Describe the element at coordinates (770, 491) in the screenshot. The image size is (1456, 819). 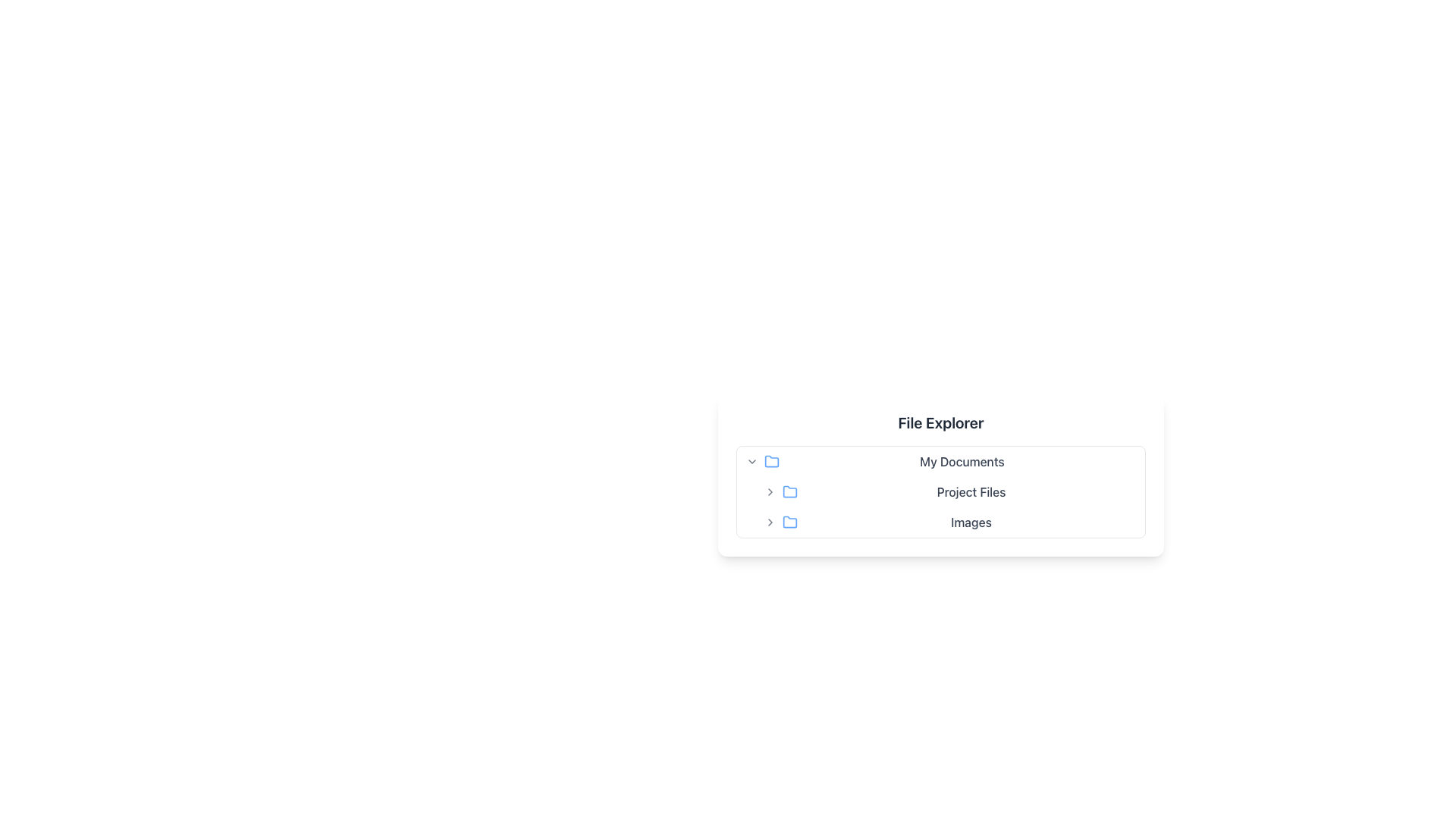
I see `the chevron icon next to the 'Project Files' folder` at that location.